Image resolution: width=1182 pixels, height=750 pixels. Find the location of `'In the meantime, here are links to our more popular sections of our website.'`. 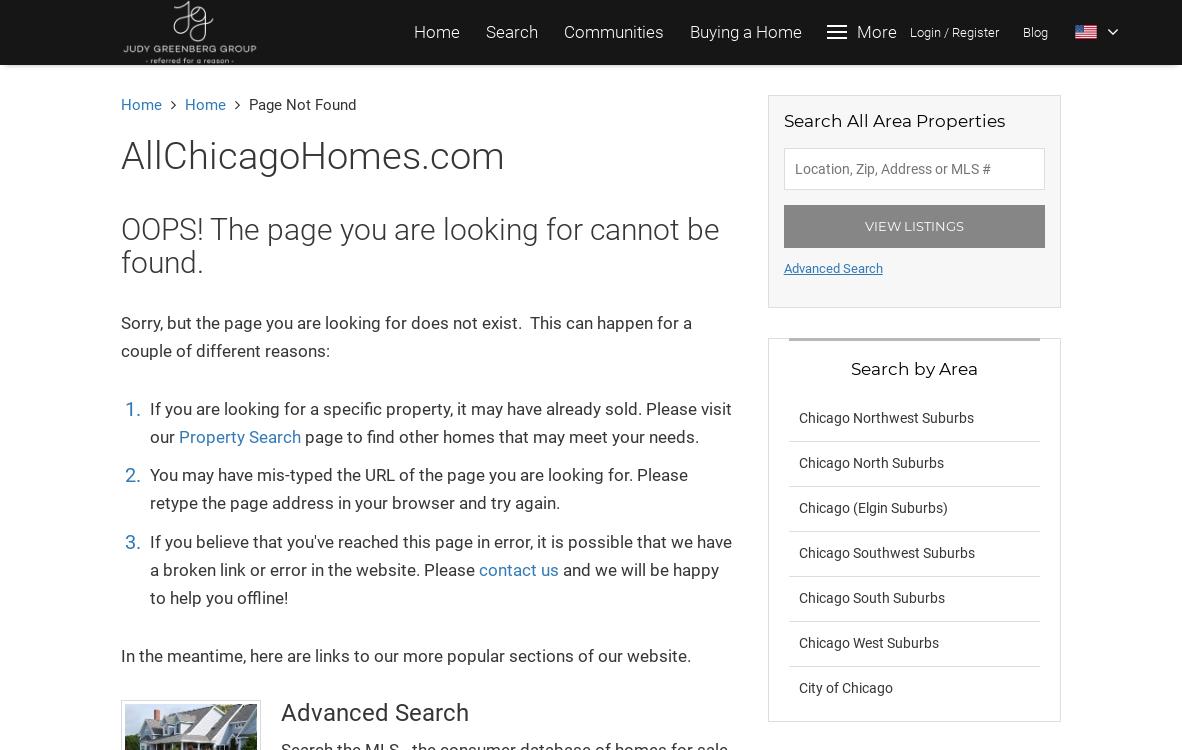

'In the meantime, here are links to our more popular sections of our website.' is located at coordinates (405, 654).